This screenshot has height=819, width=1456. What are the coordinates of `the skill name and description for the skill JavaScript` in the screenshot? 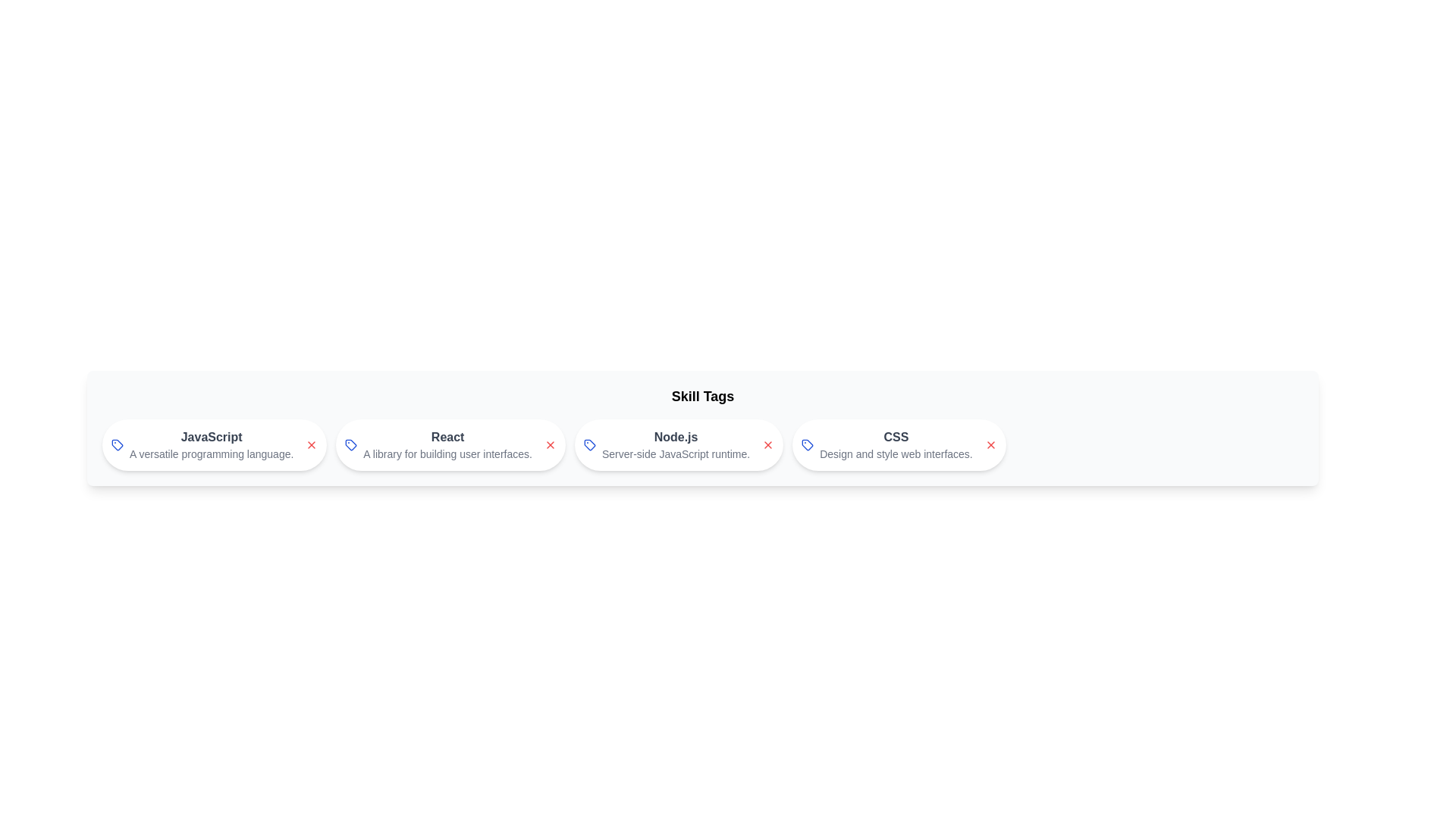 It's located at (210, 438).